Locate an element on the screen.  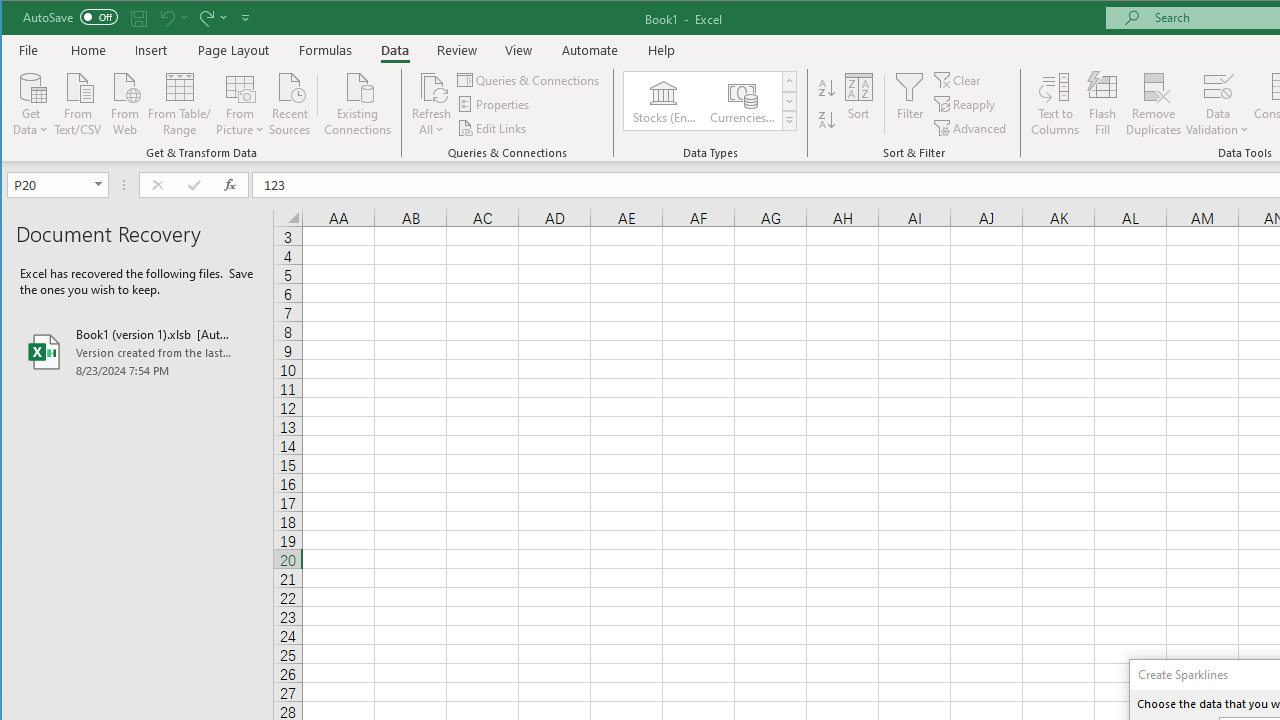
'Class: NetUIImage' is located at coordinates (788, 120).